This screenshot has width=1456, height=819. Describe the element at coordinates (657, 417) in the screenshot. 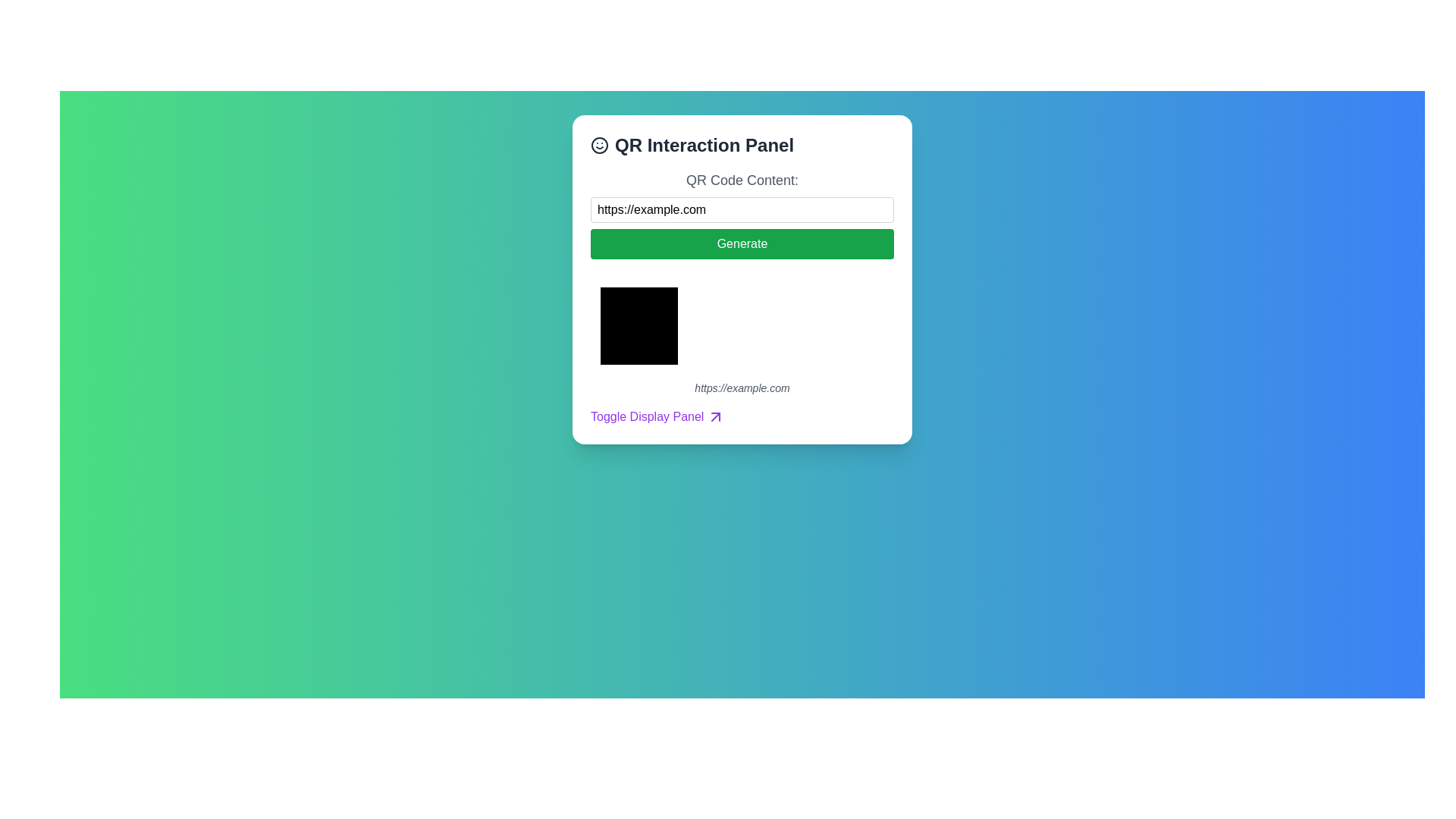

I see `the 'Toggle Display Panel' button with purple text and an arrow-up-right icon to underline the text` at that location.